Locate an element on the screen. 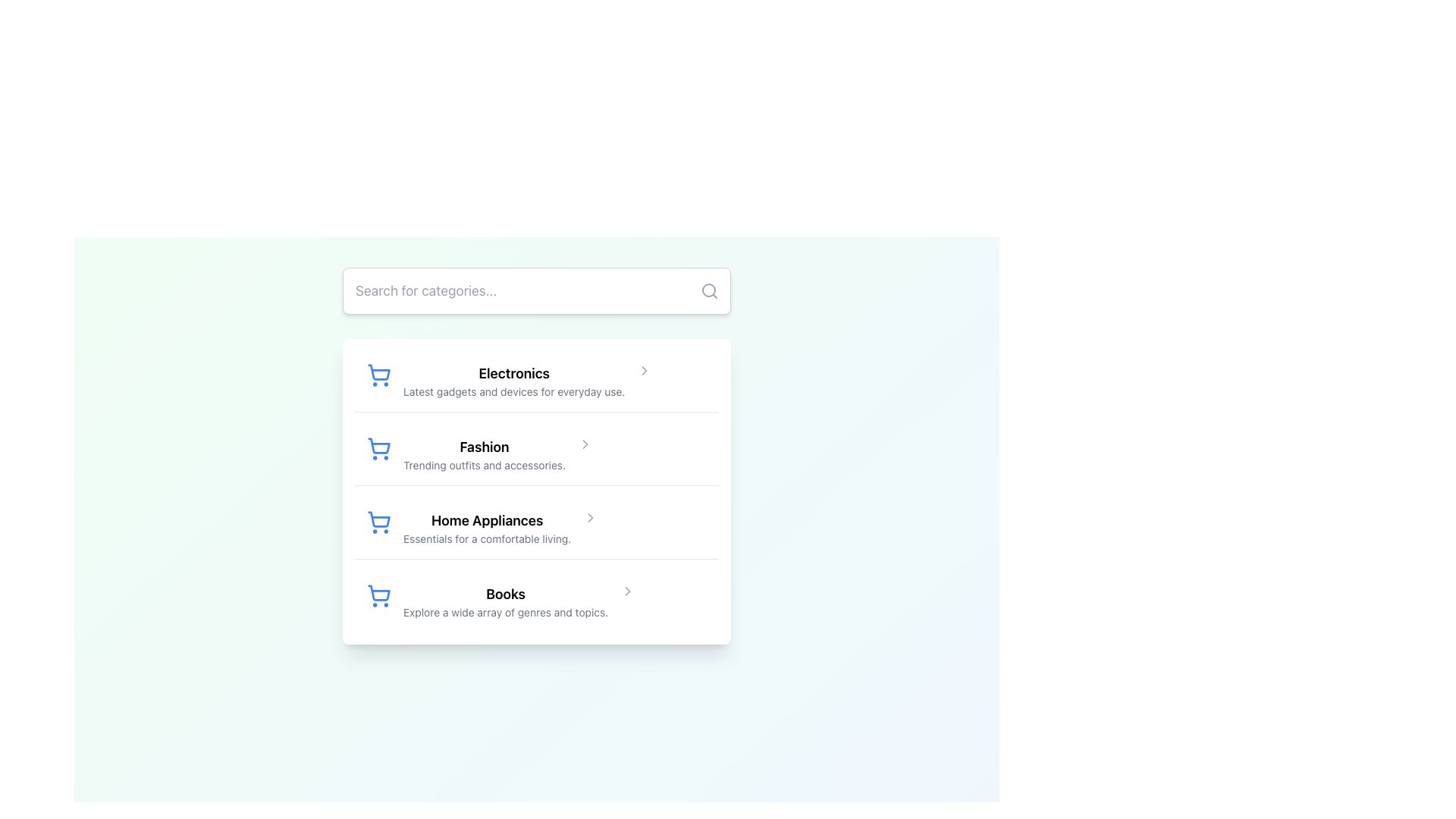 The height and width of the screenshot is (819, 1456). the rightward arrow glyph icon in the navigation control adjacent to the 'Electronics' list item is located at coordinates (645, 371).